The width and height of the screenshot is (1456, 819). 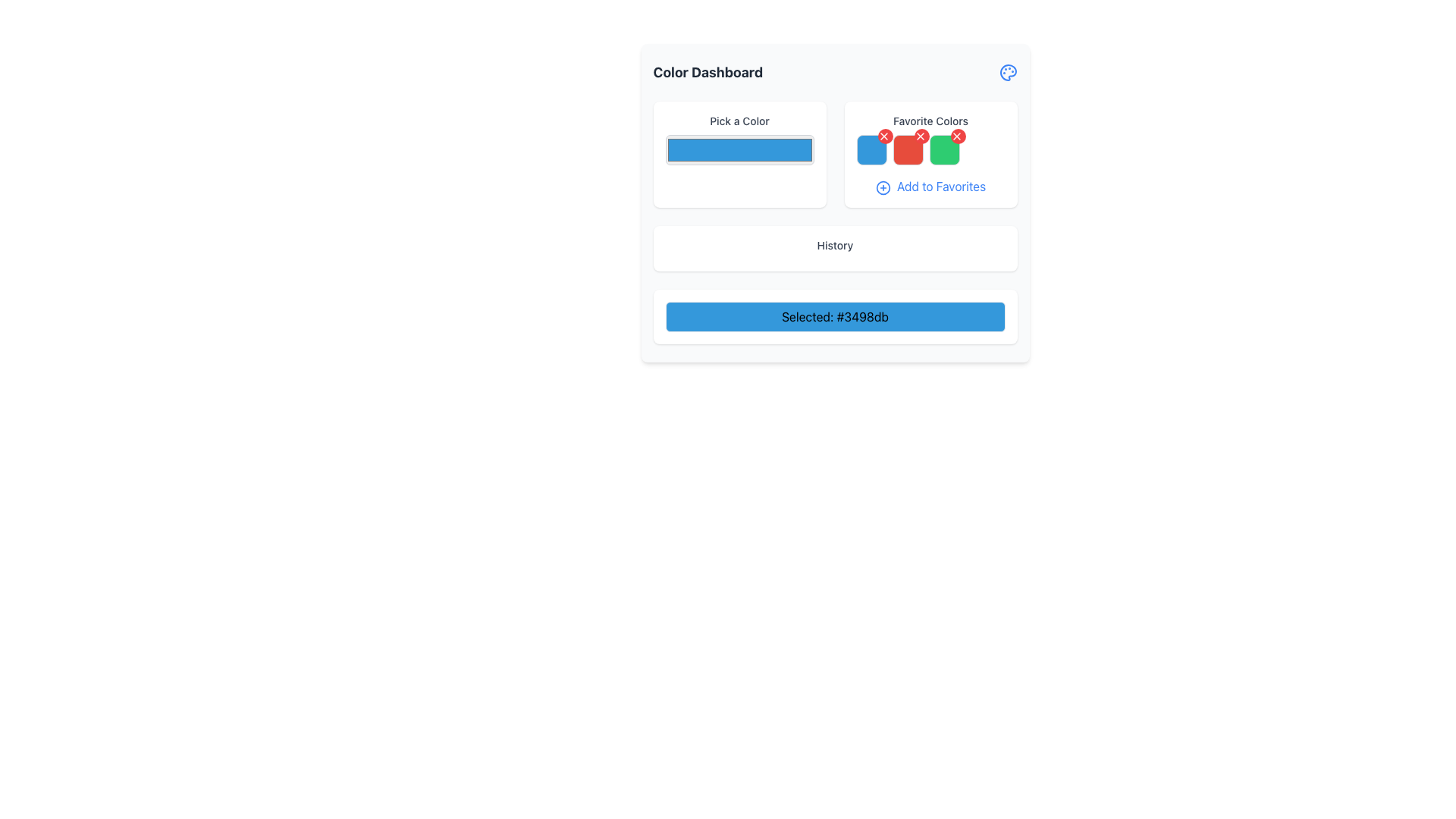 What do you see at coordinates (739, 120) in the screenshot?
I see `the text label that says 'Pick a Color', which is located in the top-left area of the dashboard interface above the color input field` at bounding box center [739, 120].